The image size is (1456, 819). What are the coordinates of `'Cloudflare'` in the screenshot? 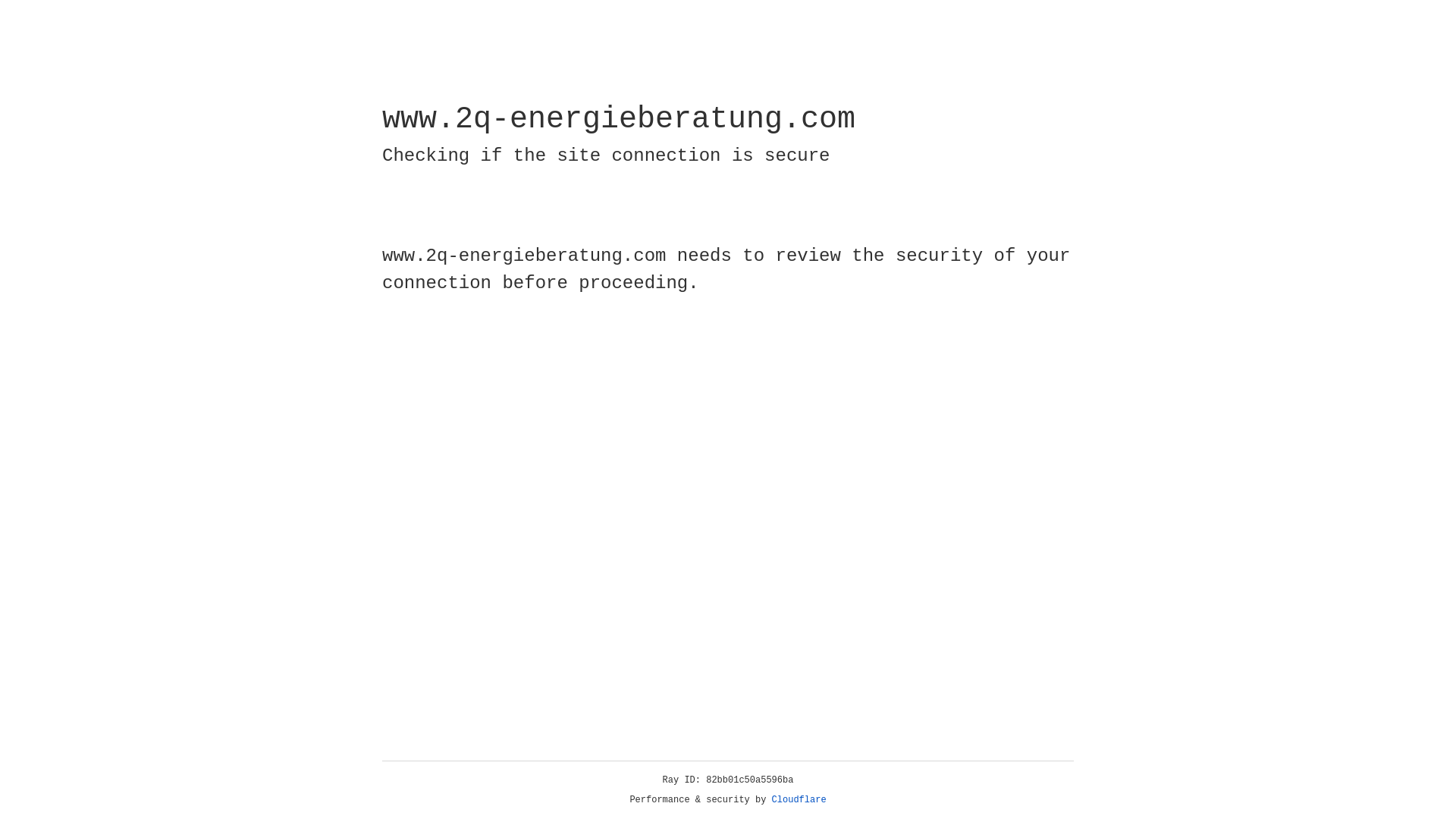 It's located at (799, 799).